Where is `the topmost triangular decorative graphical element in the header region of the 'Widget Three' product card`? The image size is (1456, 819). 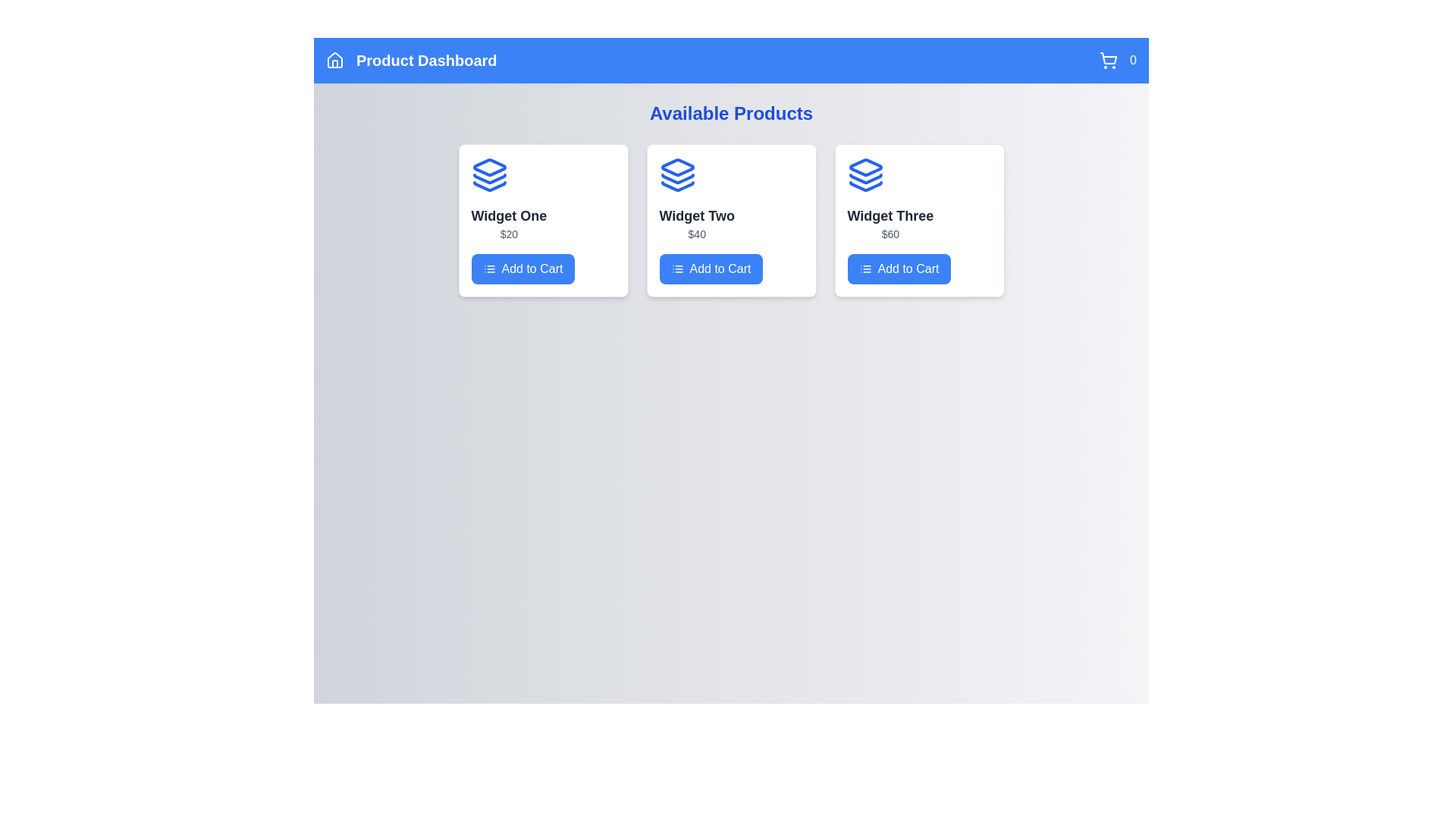
the topmost triangular decorative graphical element in the header region of the 'Widget Three' product card is located at coordinates (865, 167).